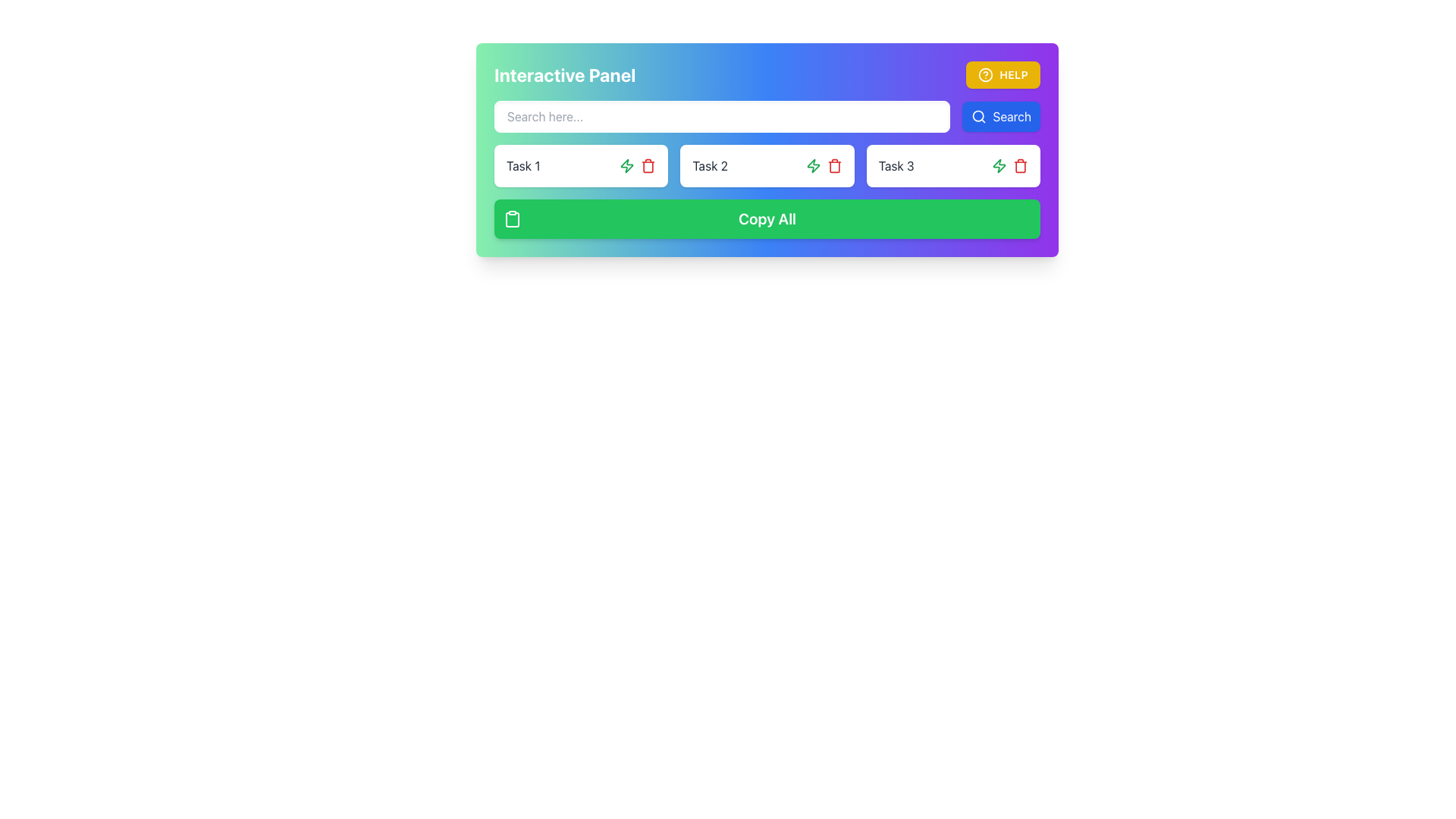 The height and width of the screenshot is (819, 1456). I want to click on the zap icon located at the right-edge of the 'Task 3' block, so click(1009, 166).